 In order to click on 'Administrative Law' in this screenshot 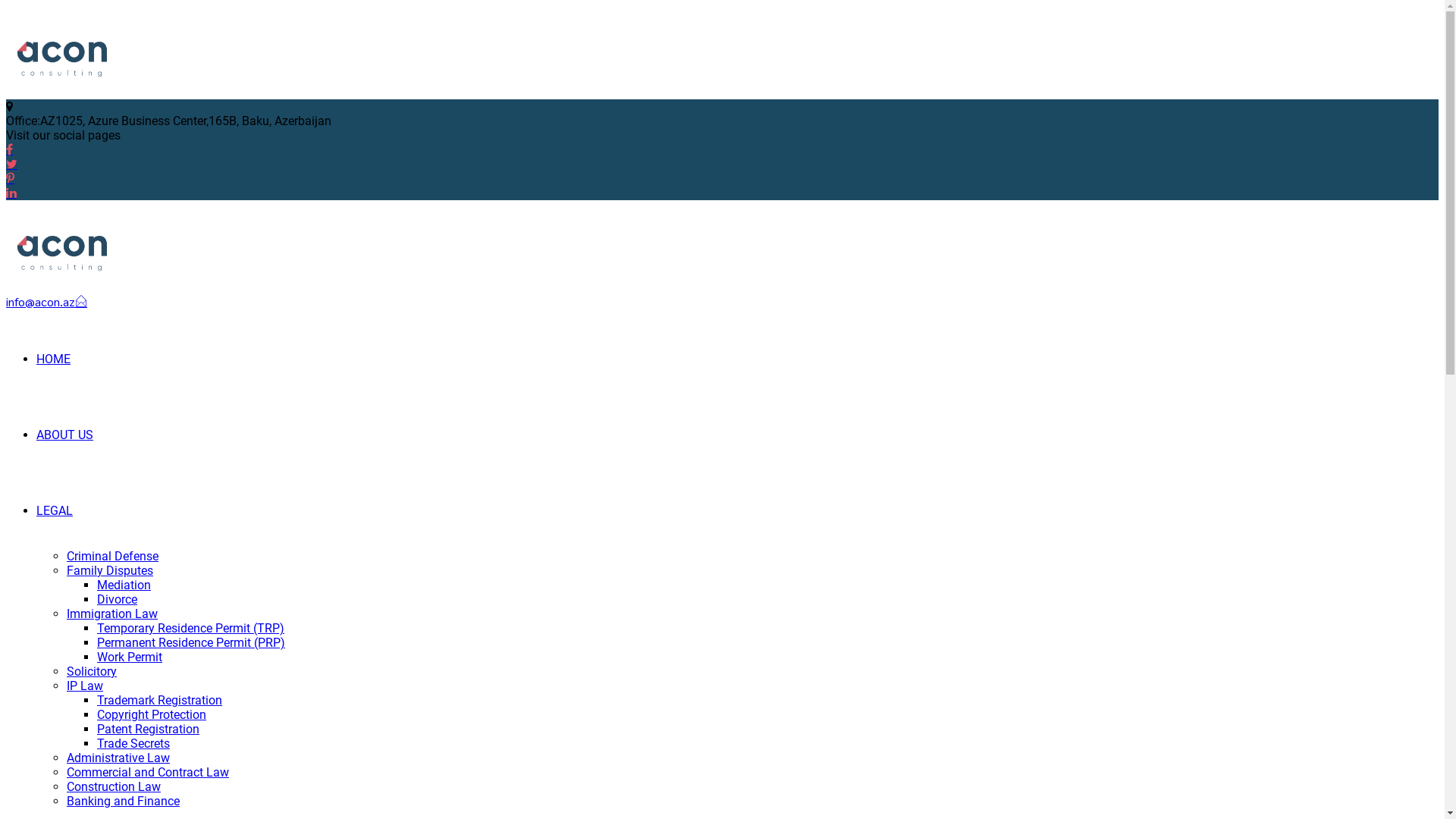, I will do `click(65, 758)`.